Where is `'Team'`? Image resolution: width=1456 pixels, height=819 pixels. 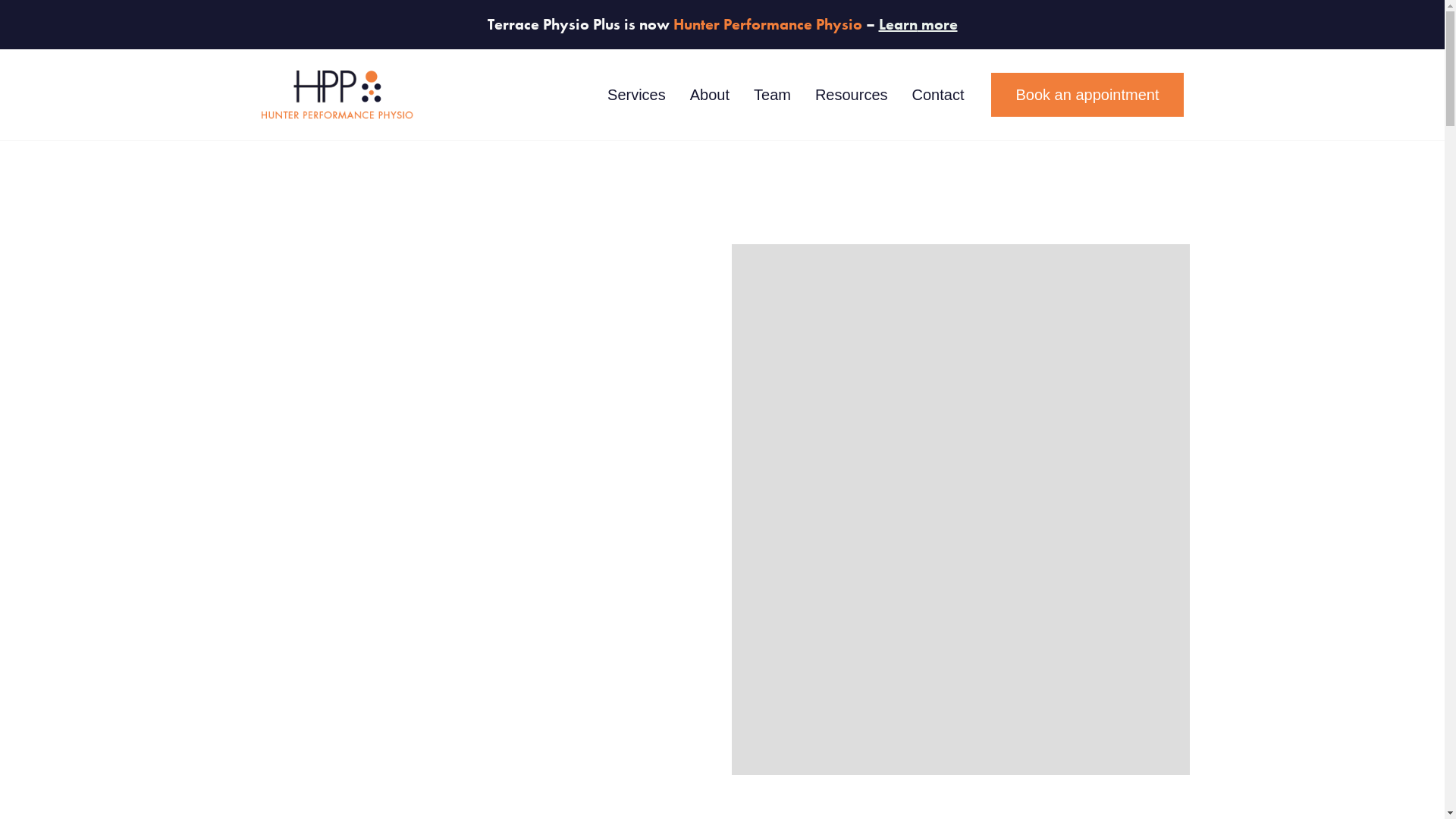
'Team' is located at coordinates (772, 95).